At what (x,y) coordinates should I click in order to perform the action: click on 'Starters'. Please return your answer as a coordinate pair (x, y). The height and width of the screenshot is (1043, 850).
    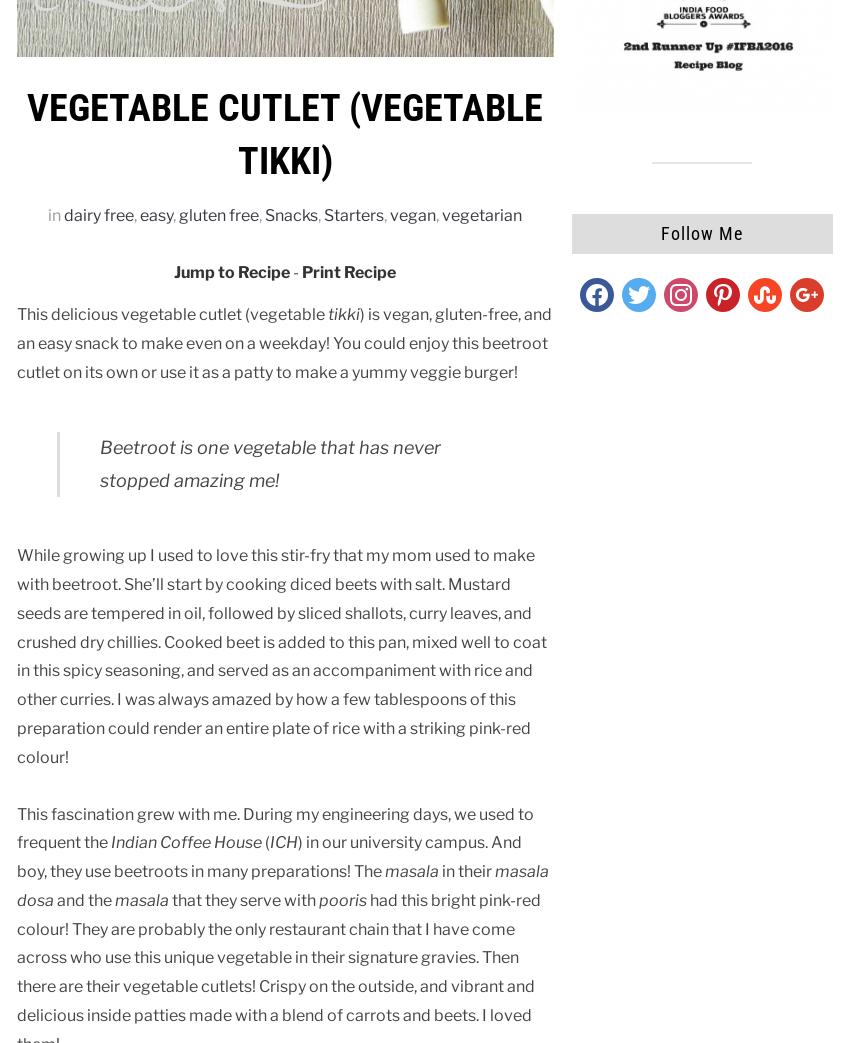
    Looking at the image, I should click on (353, 214).